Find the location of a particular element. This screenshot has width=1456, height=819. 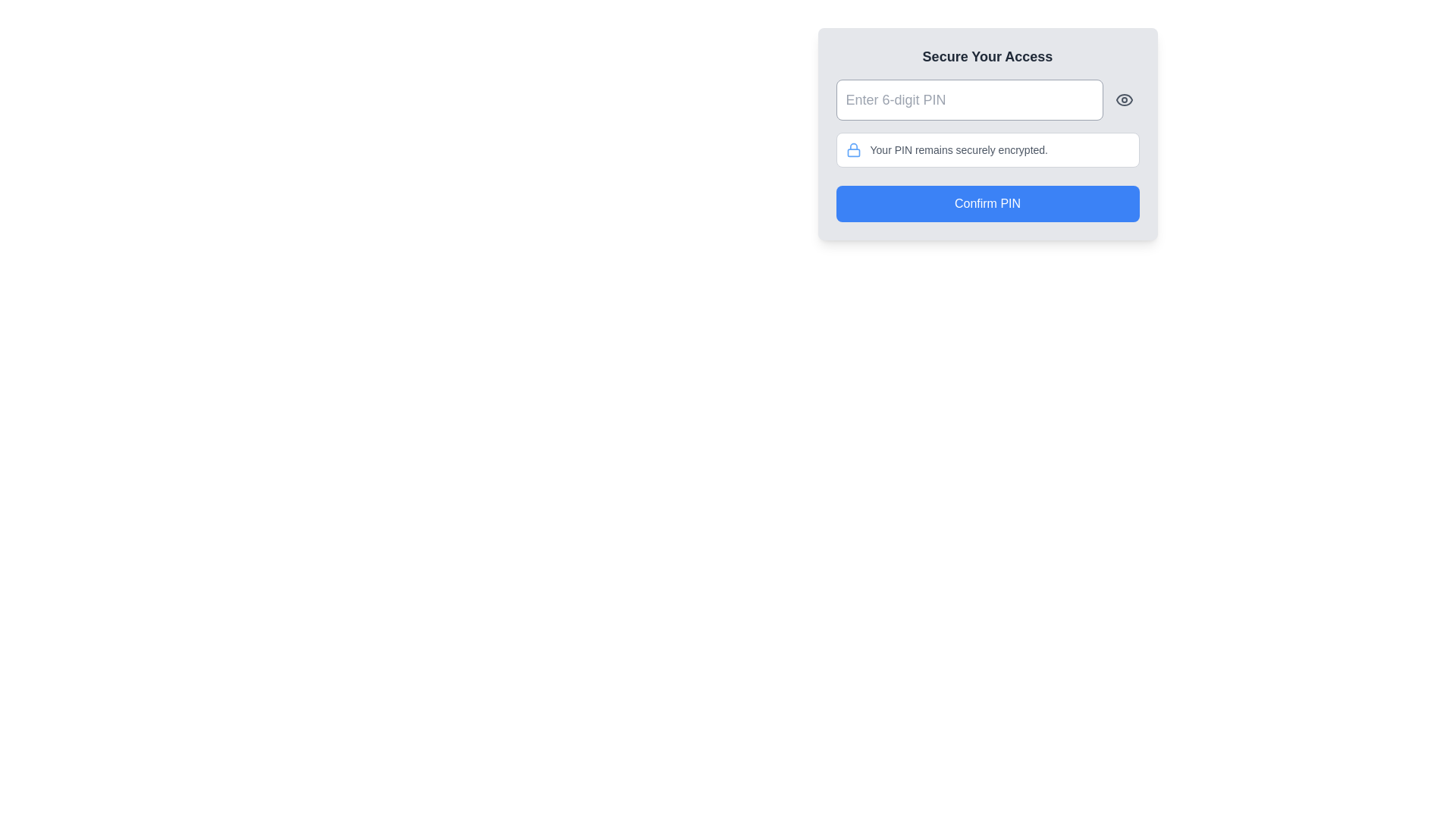

the 'Confirm PIN' button which has a blue background and white bold text, located at the bottom of the secure PIN form is located at coordinates (987, 203).